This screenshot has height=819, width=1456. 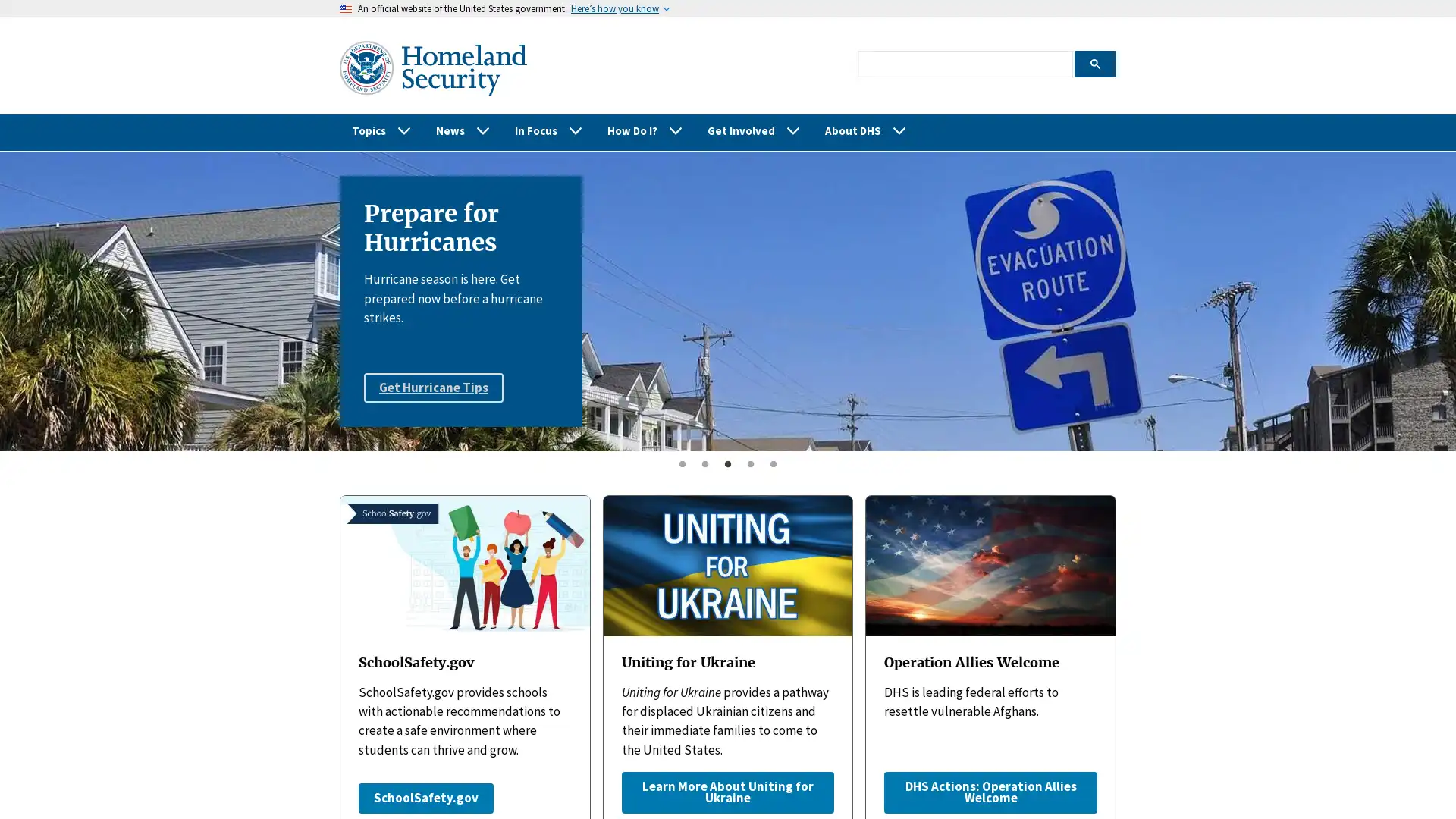 What do you see at coordinates (754, 130) in the screenshot?
I see `Get Involved` at bounding box center [754, 130].